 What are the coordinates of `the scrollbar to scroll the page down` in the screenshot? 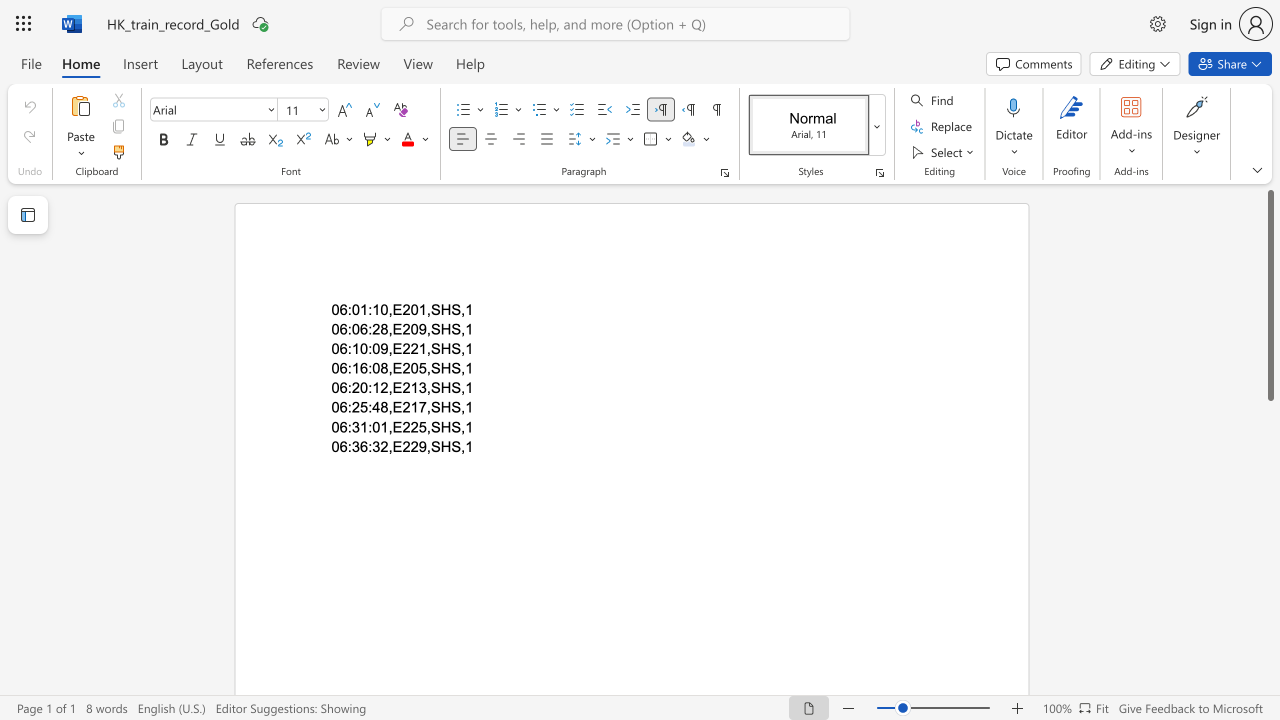 It's located at (1269, 498).